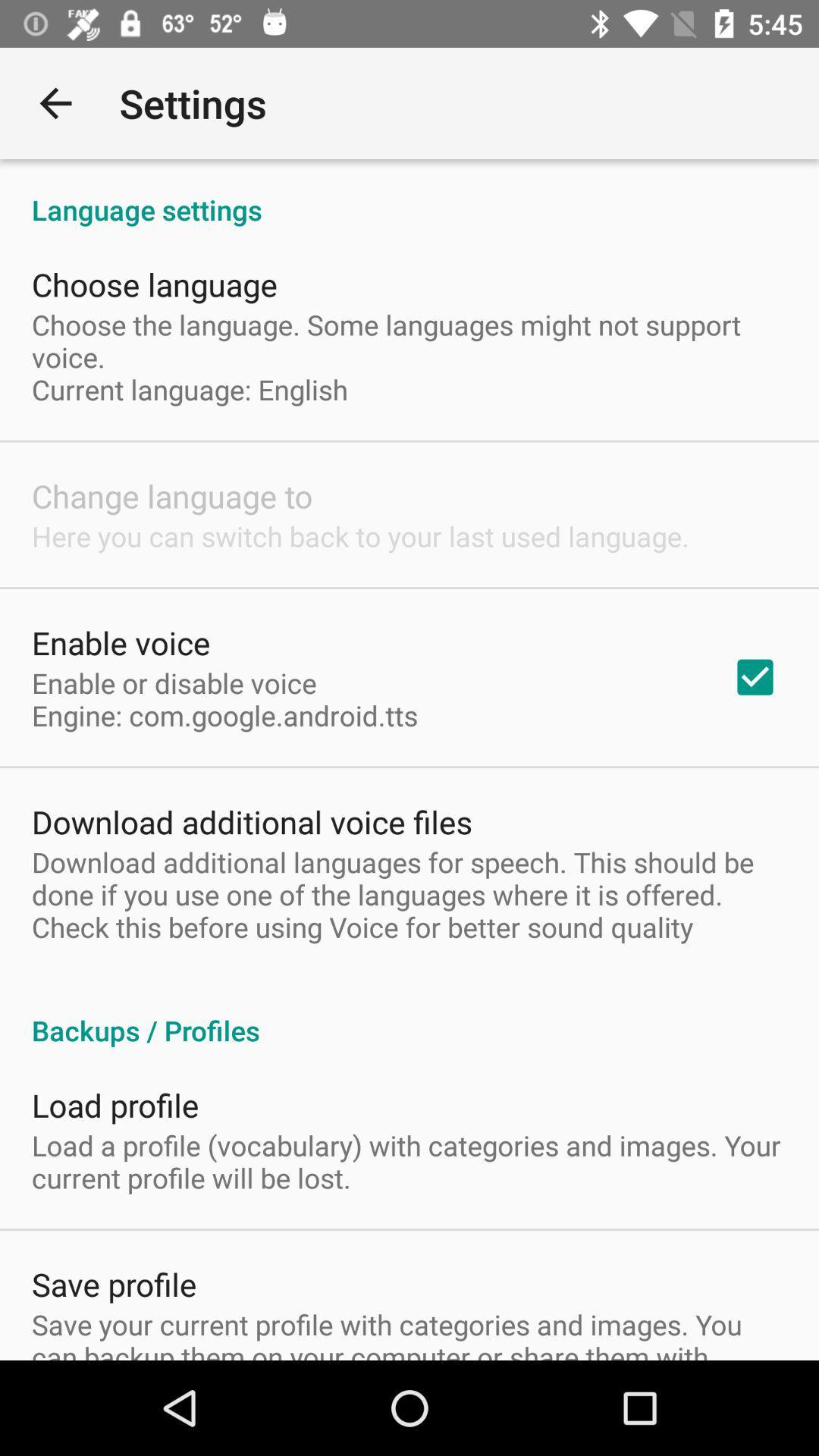 The height and width of the screenshot is (1456, 819). What do you see at coordinates (224, 698) in the screenshot?
I see `item above download additional voice icon` at bounding box center [224, 698].